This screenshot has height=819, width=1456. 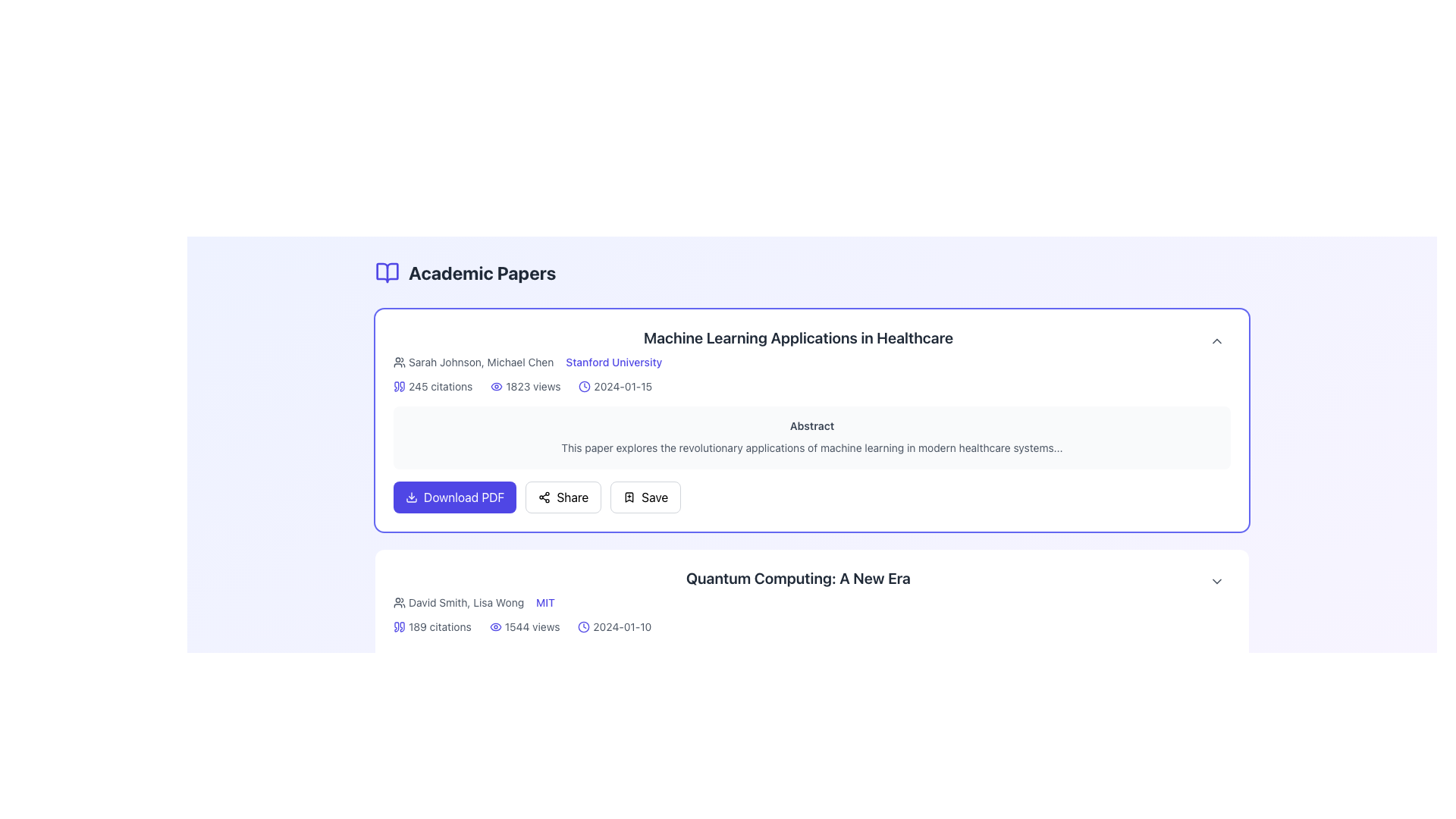 I want to click on the text label displaying the publication date, which is located on the right-hand side of the second entry in the list of content information, so click(x=614, y=626).